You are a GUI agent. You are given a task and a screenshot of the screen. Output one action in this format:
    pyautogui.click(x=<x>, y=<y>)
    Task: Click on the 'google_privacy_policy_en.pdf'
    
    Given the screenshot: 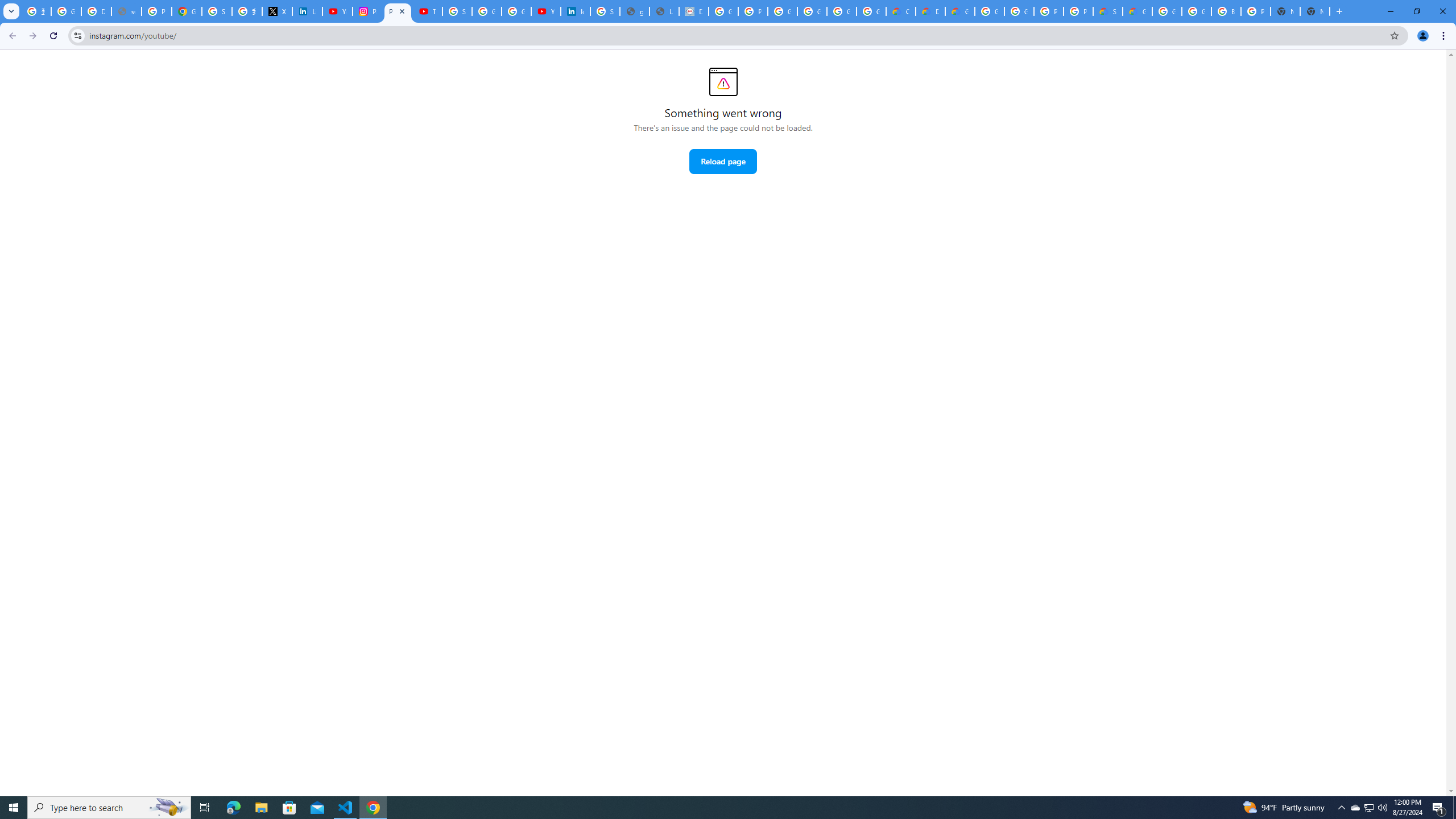 What is the action you would take?
    pyautogui.click(x=635, y=11)
    